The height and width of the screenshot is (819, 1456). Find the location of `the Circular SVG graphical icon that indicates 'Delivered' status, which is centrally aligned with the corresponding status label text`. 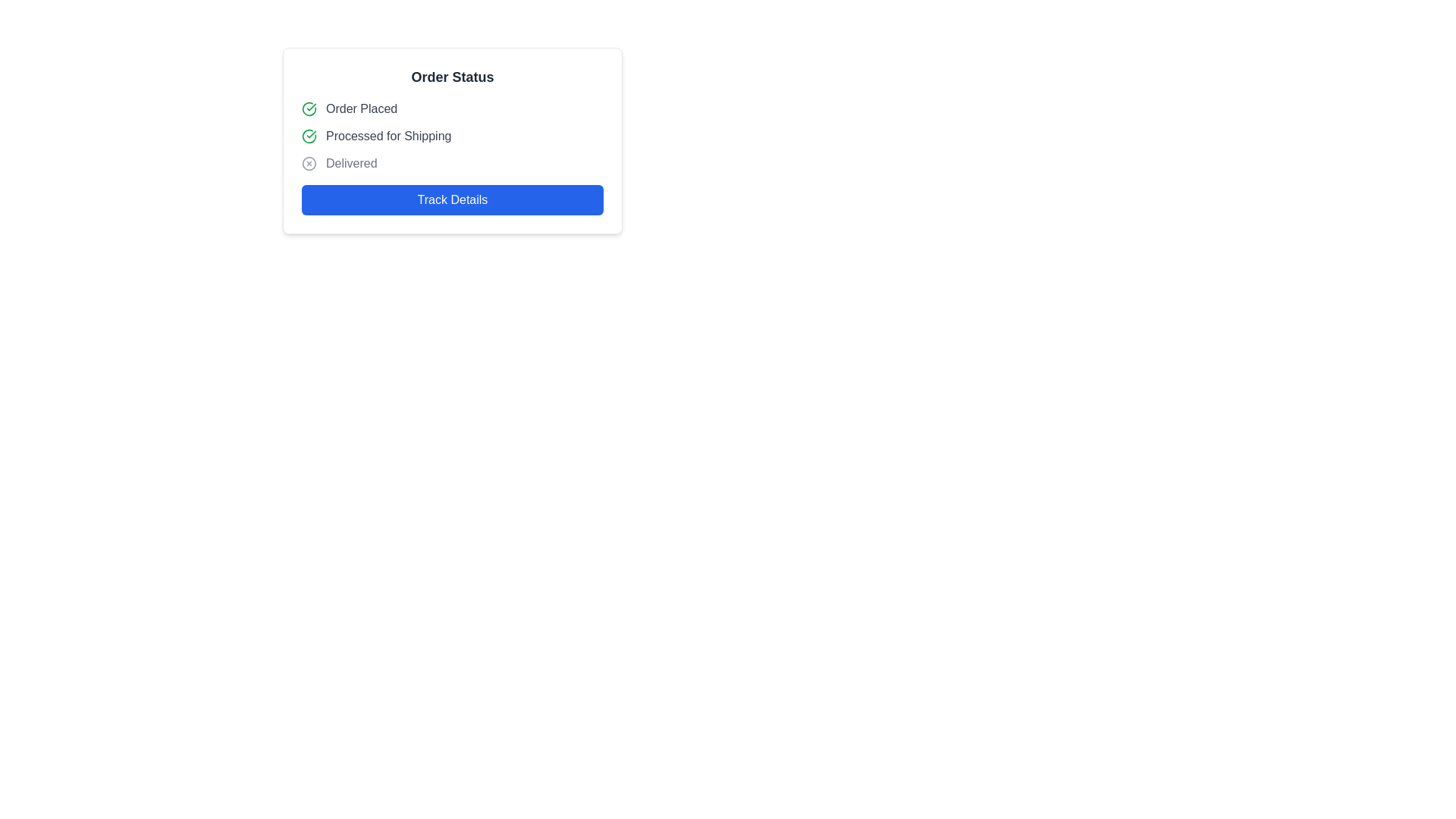

the Circular SVG graphical icon that indicates 'Delivered' status, which is centrally aligned with the corresponding status label text is located at coordinates (309, 164).